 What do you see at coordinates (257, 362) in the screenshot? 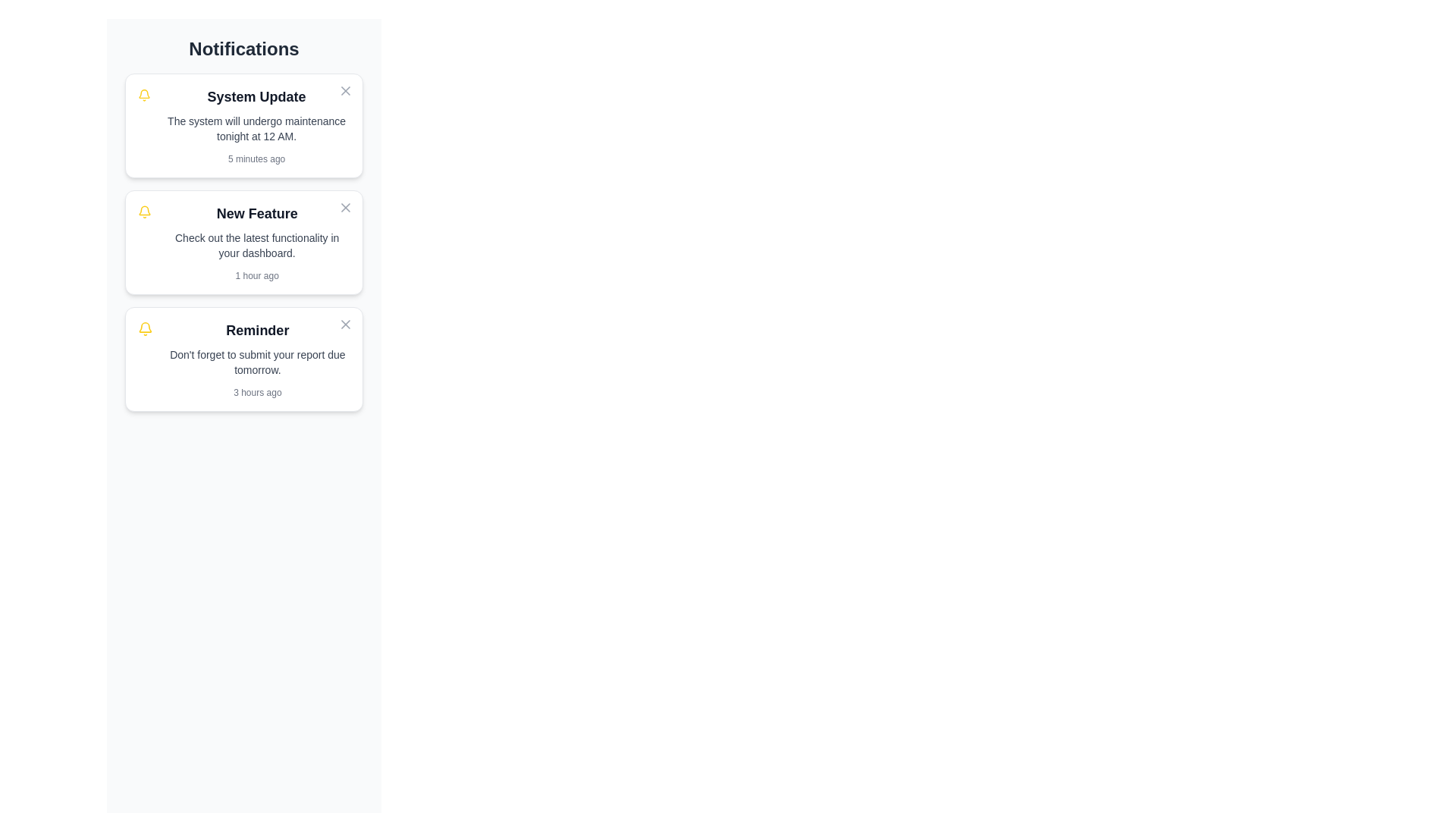
I see `the main content text of the reminder notification, which is located below the title 'Reminder' and above the timestamp '3 hours ago'` at bounding box center [257, 362].